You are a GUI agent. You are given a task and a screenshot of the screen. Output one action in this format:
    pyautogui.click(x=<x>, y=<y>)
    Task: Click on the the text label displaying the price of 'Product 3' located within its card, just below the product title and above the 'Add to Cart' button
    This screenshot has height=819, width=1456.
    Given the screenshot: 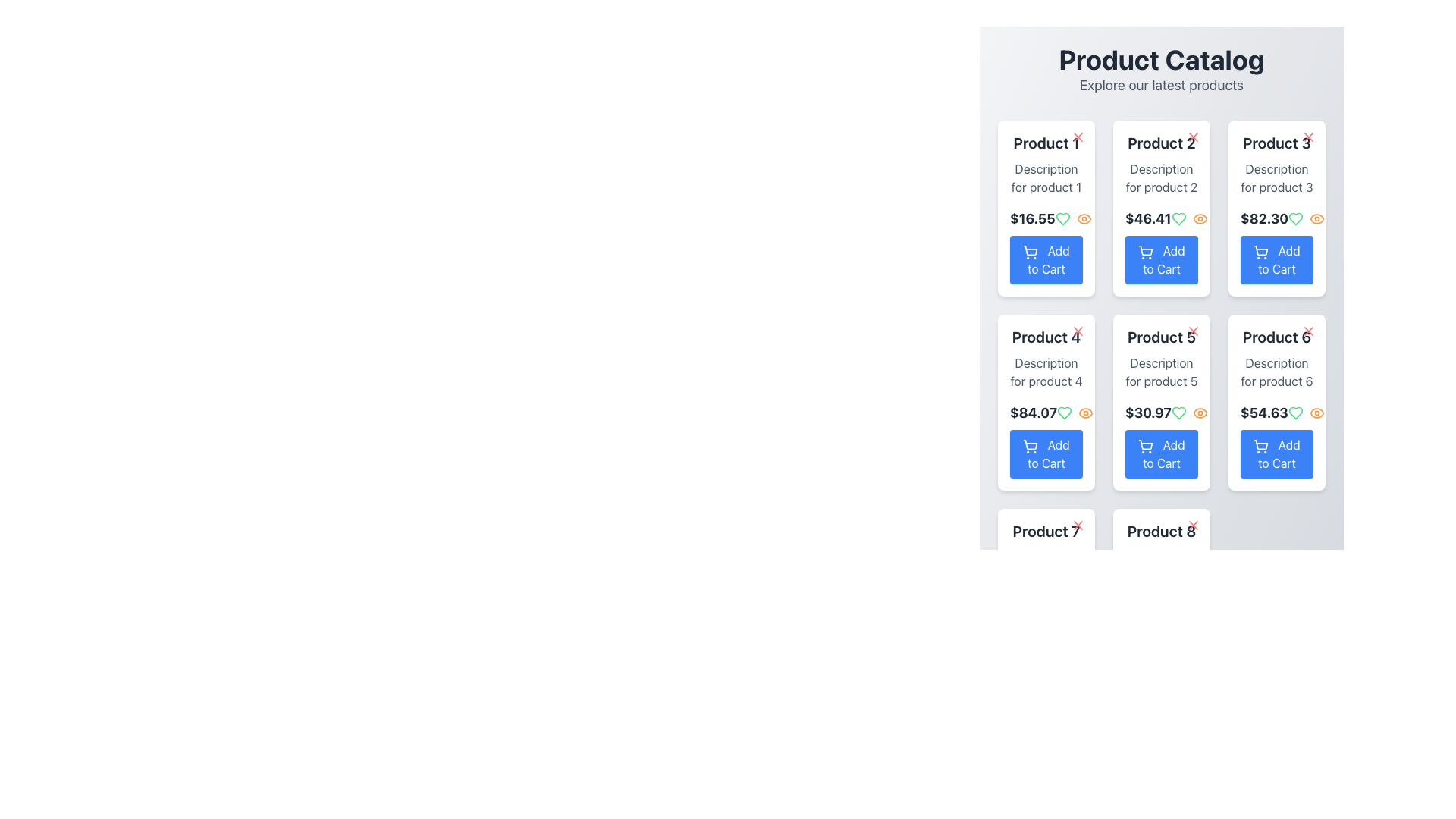 What is the action you would take?
    pyautogui.click(x=1264, y=219)
    